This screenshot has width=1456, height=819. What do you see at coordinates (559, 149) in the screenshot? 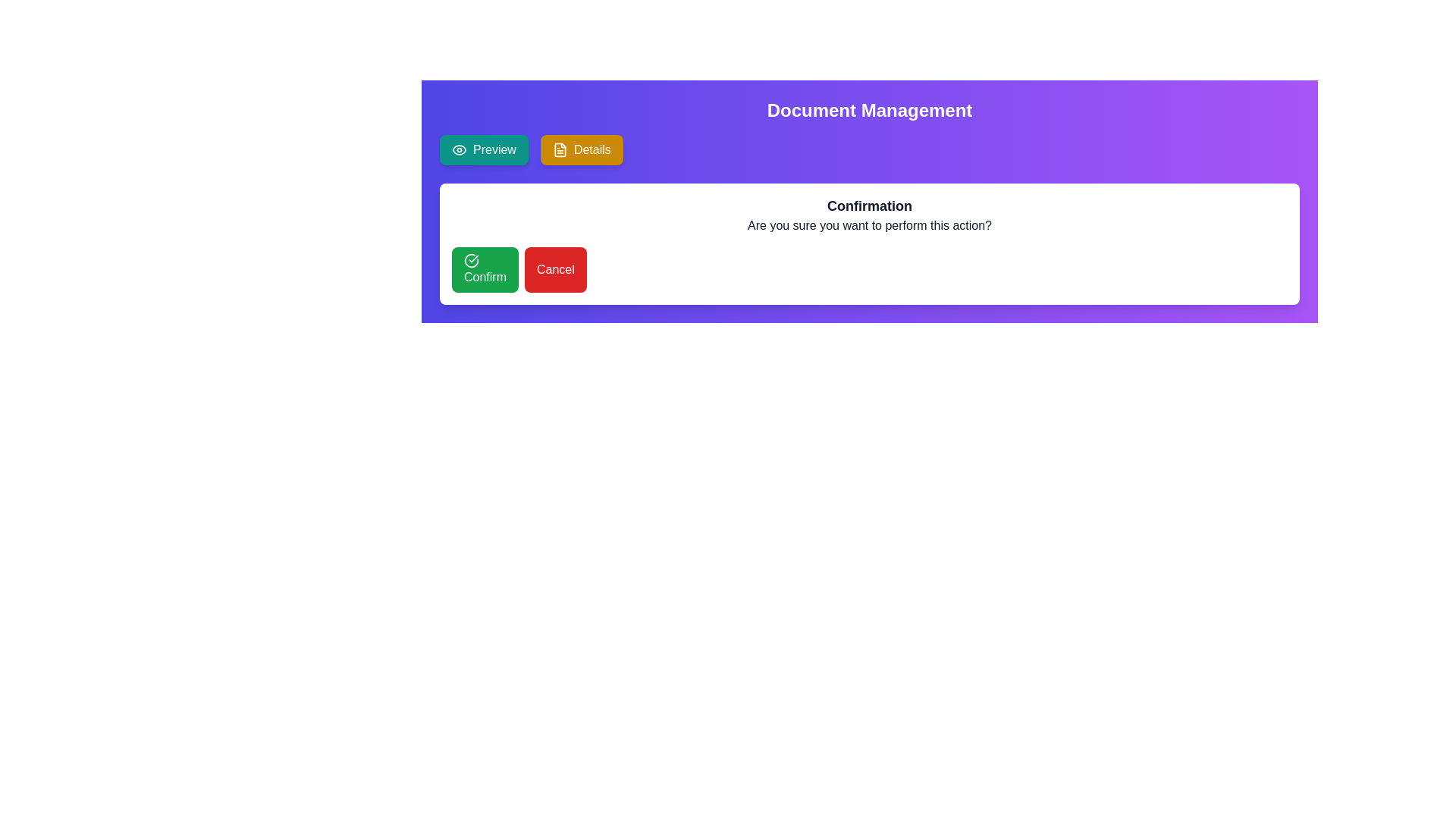
I see `the file icon with a document-like shape featuring a folded corner, located inside the 'Details' button in the top-left region of the application interface` at bounding box center [559, 149].